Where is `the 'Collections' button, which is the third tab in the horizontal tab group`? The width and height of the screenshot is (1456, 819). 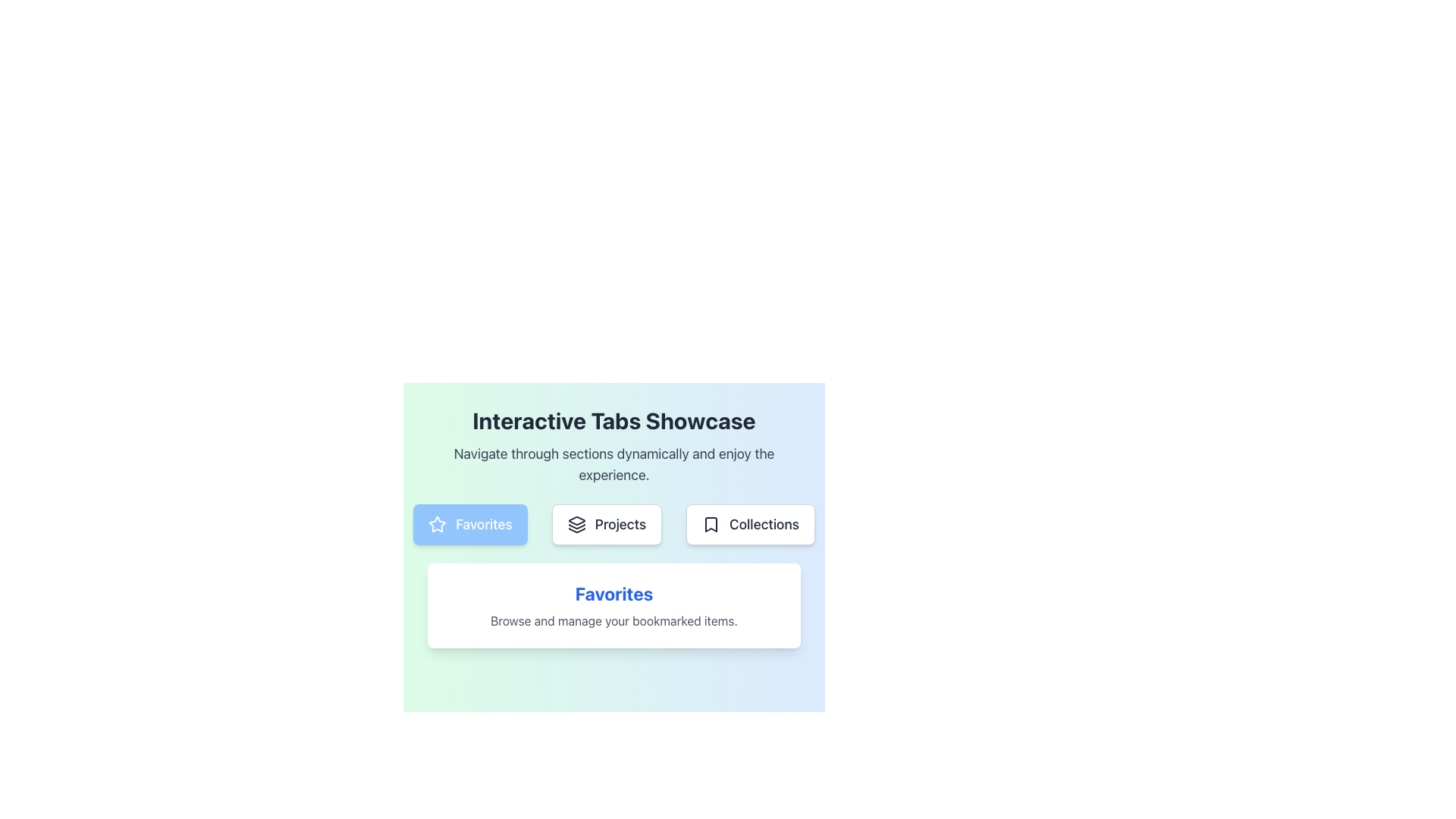 the 'Collections' button, which is the third tab in the horizontal tab group is located at coordinates (750, 523).